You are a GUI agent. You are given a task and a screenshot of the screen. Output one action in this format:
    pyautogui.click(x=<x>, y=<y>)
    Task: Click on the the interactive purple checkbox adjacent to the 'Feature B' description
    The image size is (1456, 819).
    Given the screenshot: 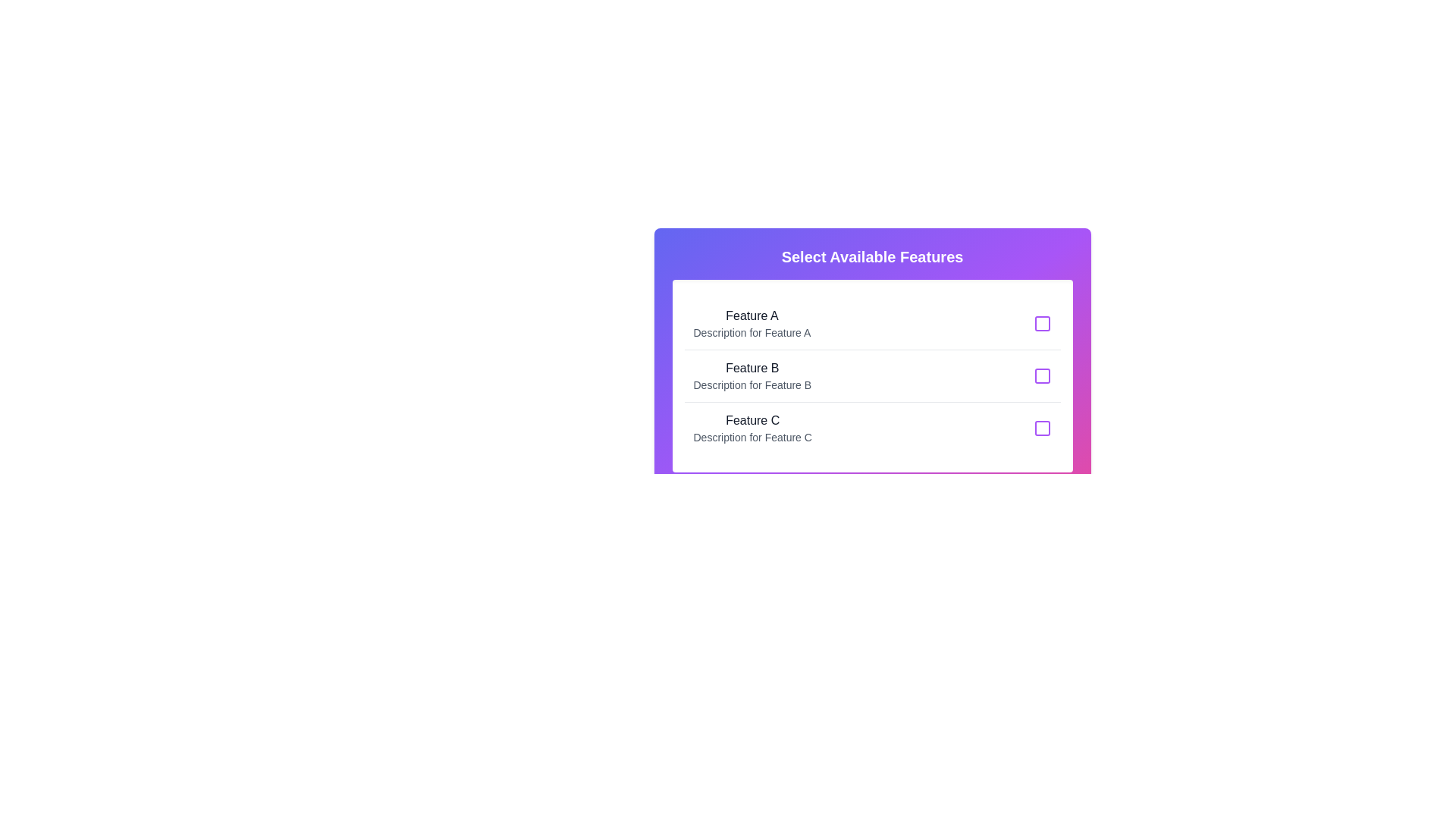 What is the action you would take?
    pyautogui.click(x=1041, y=375)
    